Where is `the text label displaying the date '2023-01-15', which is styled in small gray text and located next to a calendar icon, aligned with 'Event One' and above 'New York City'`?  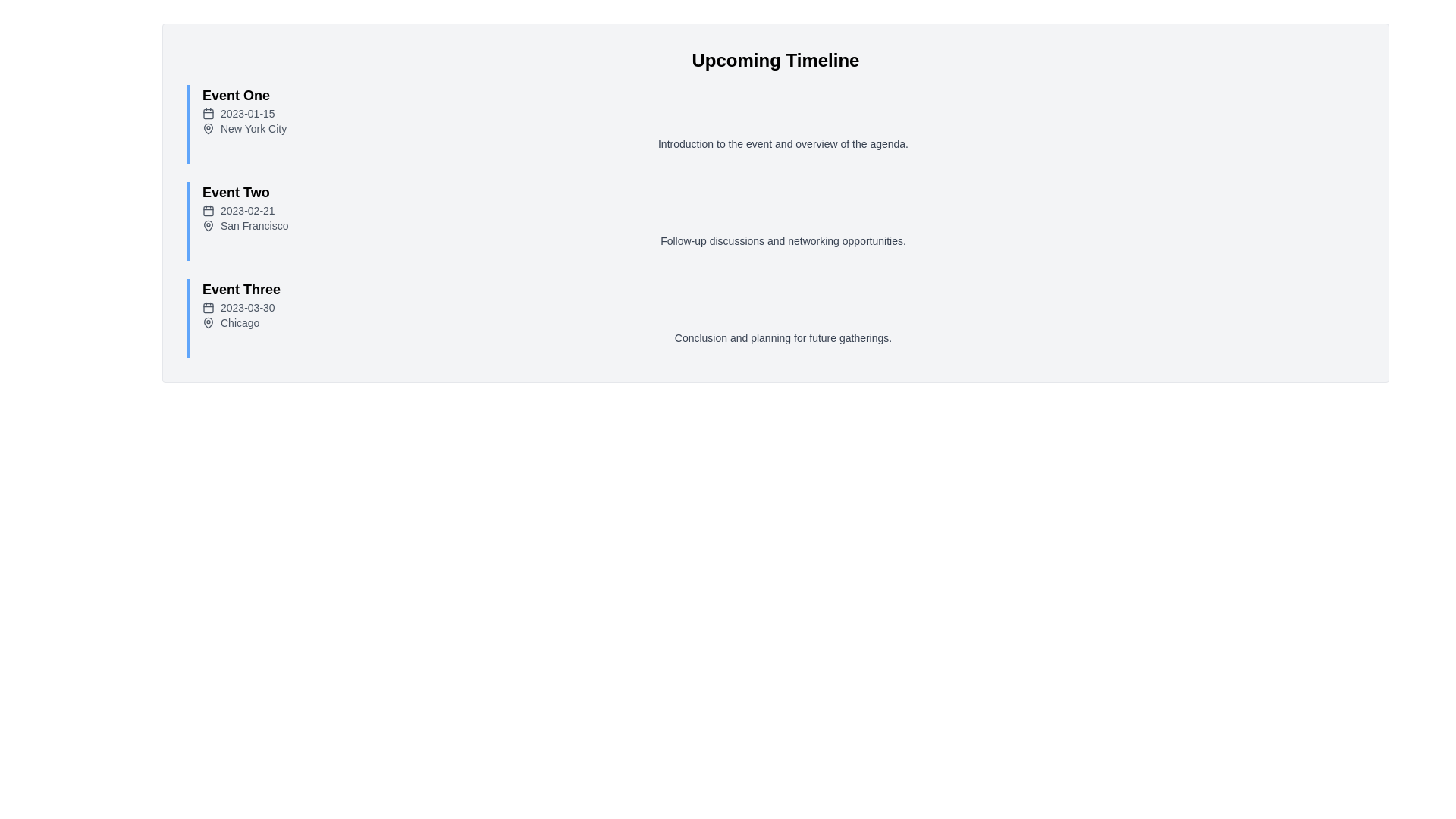 the text label displaying the date '2023-01-15', which is styled in small gray text and located next to a calendar icon, aligned with 'Event One' and above 'New York City' is located at coordinates (247, 113).